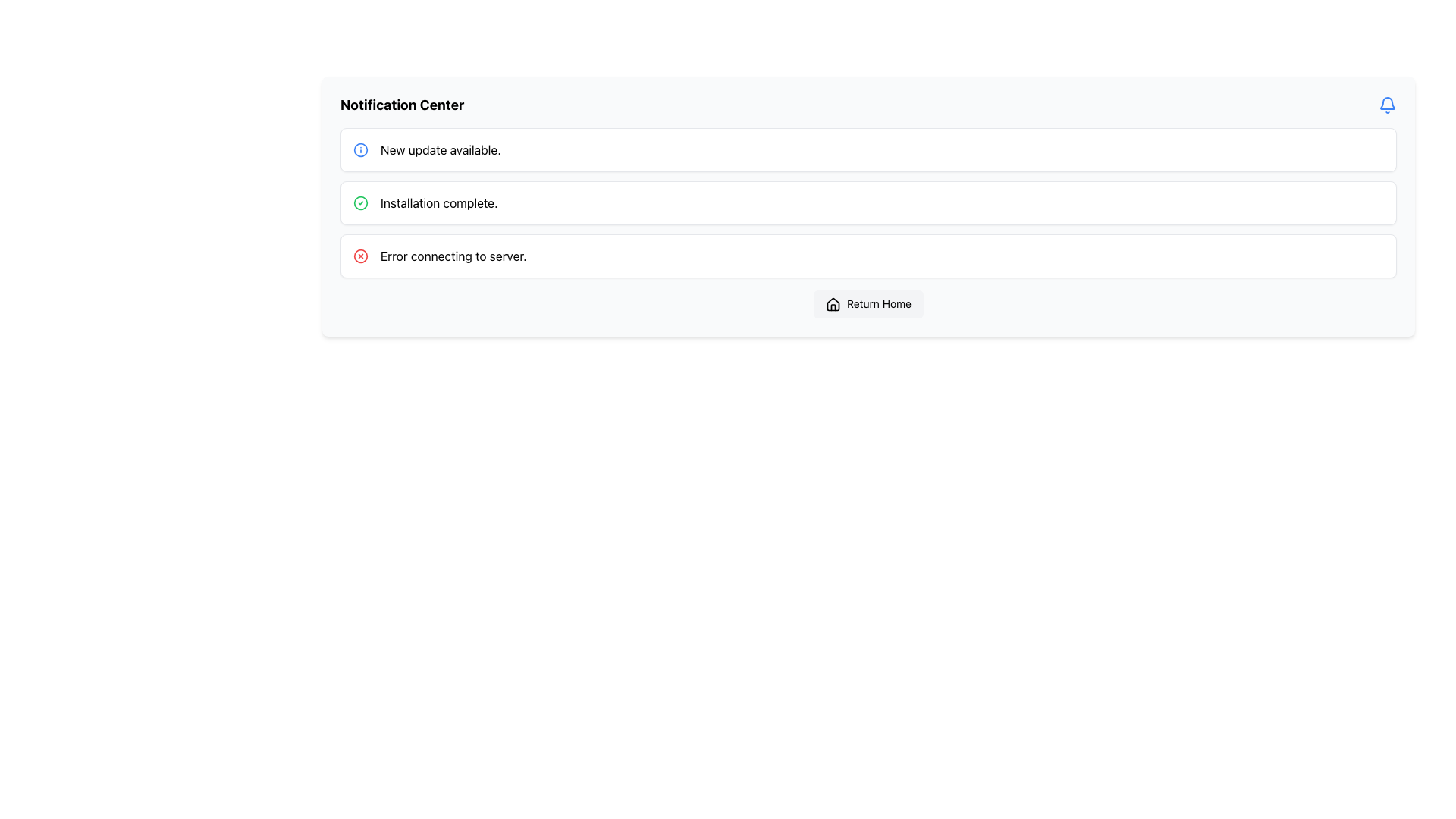  I want to click on the Text Label element displaying 'New update available.' which is styled in black on a white background card at the top of the stack of notifications, so click(440, 149).